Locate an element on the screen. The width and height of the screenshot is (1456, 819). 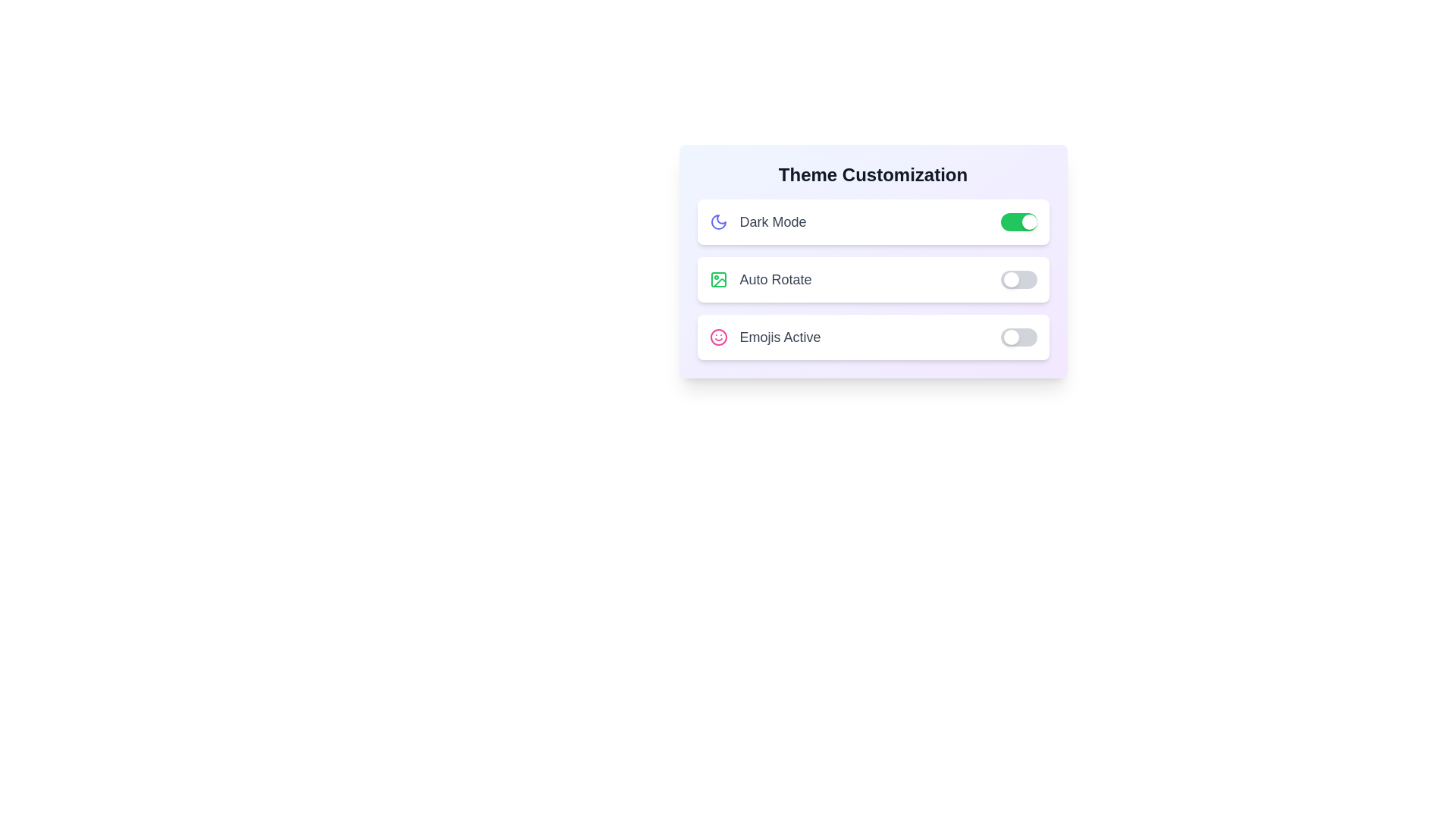
static textual label displaying 'Dark Mode' in a bold gray font, which is the rightmost option in the theme customization settings is located at coordinates (773, 222).